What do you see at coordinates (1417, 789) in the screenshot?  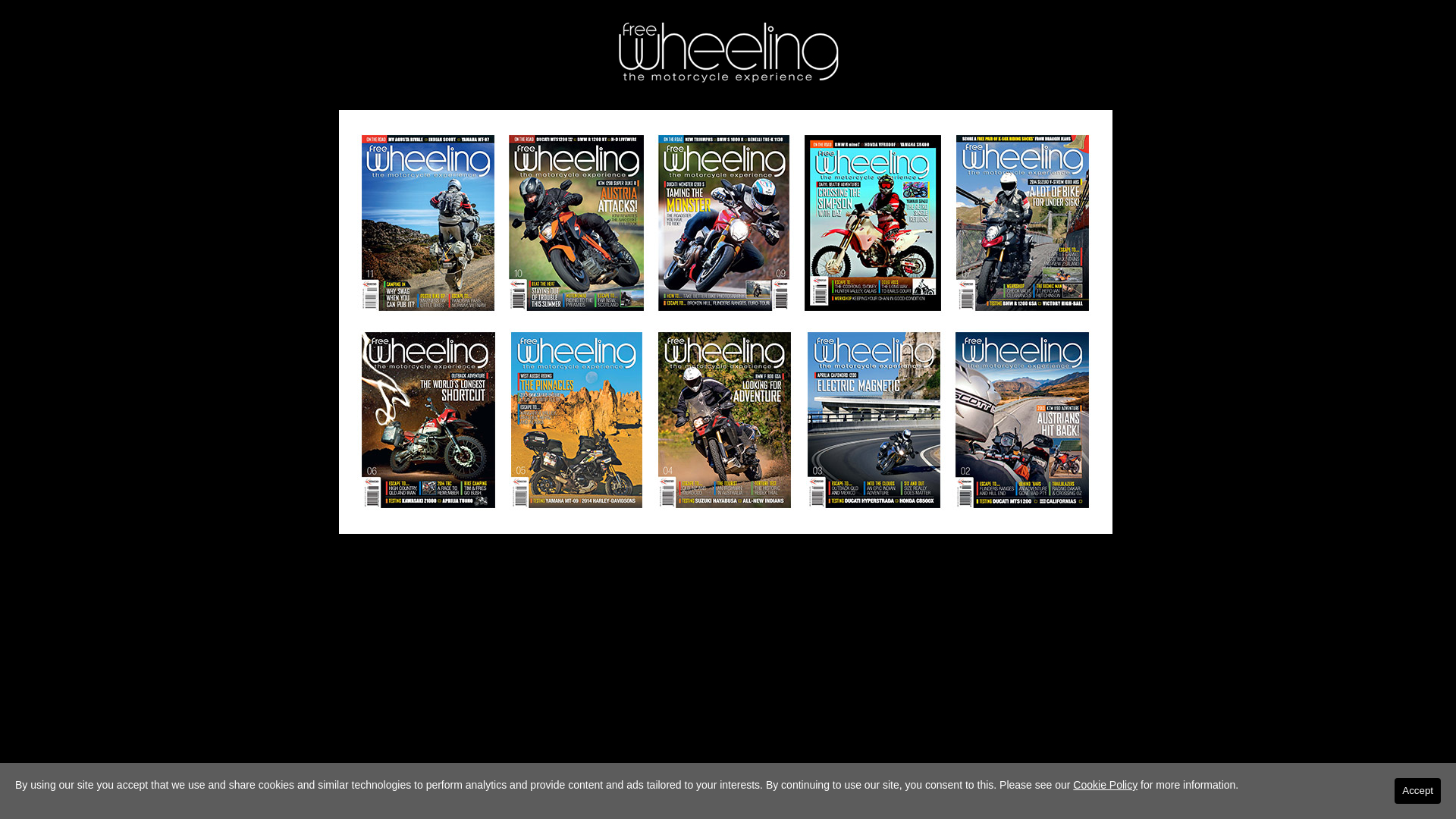 I see `'Accept'` at bounding box center [1417, 789].